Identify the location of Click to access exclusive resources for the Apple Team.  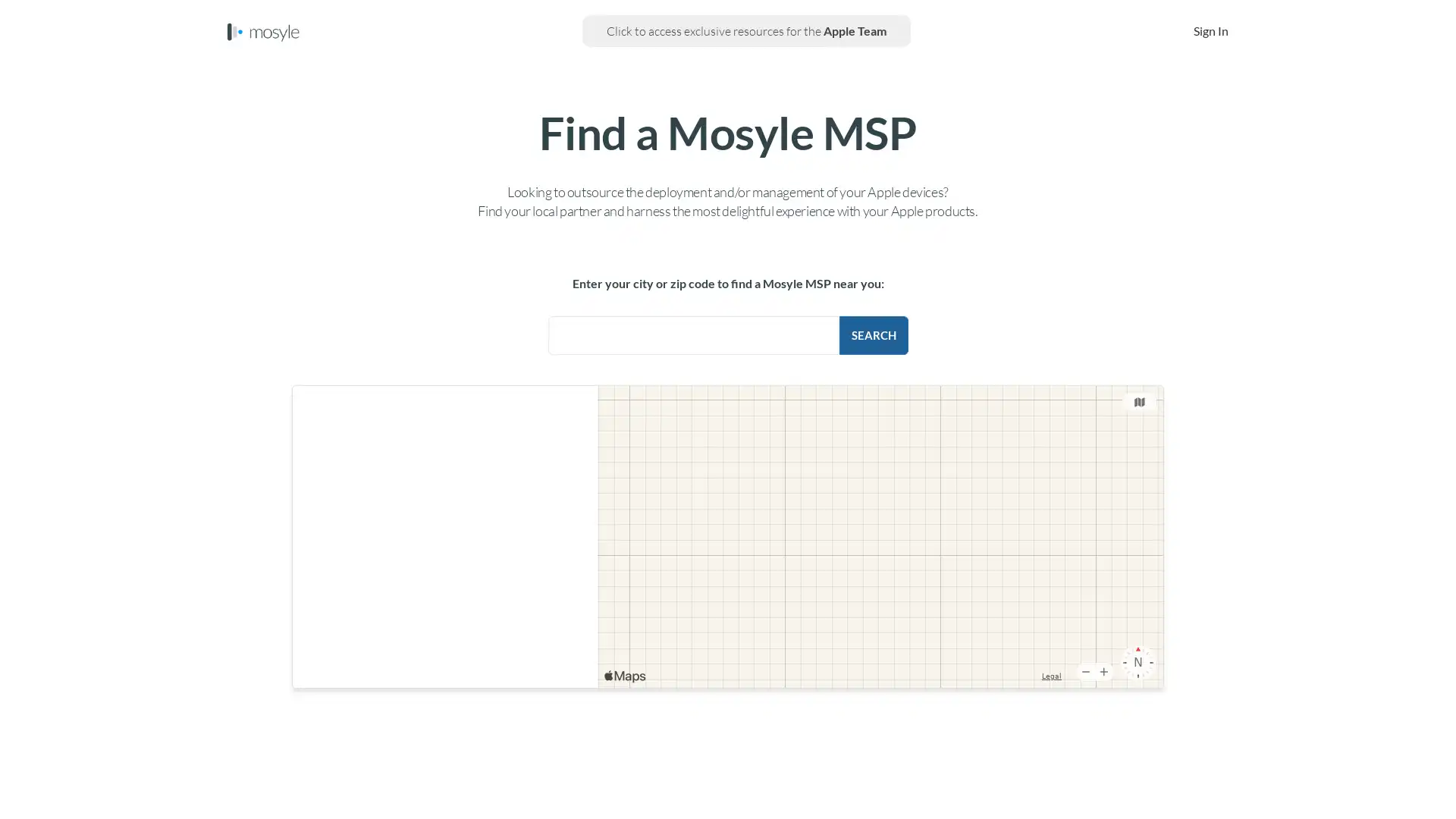
(746, 31).